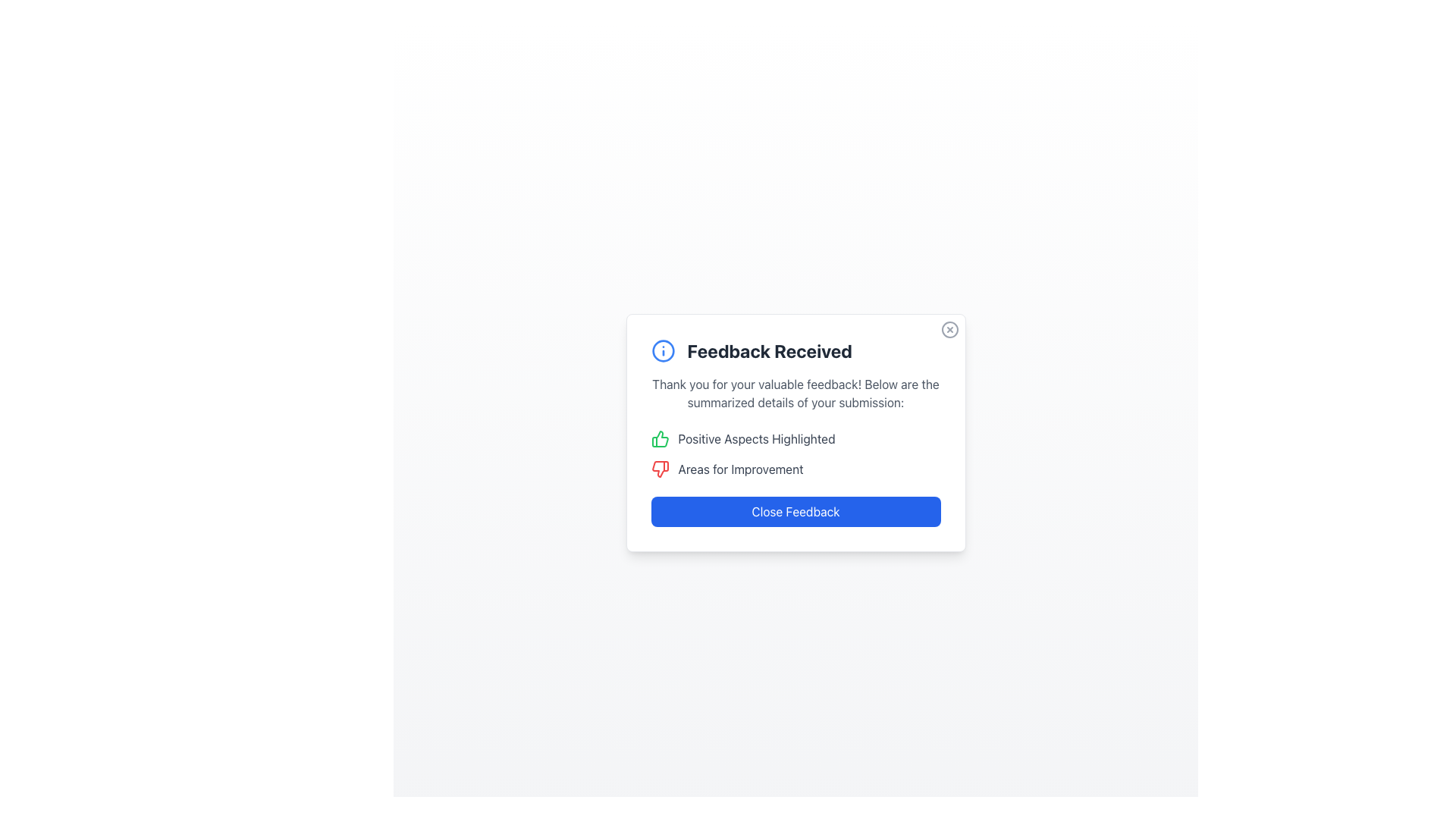 This screenshot has width=1456, height=819. Describe the element at coordinates (660, 468) in the screenshot. I see `the negative points icon positioned to the left of the 'Areas for Improvement' text in the feedback window` at that location.